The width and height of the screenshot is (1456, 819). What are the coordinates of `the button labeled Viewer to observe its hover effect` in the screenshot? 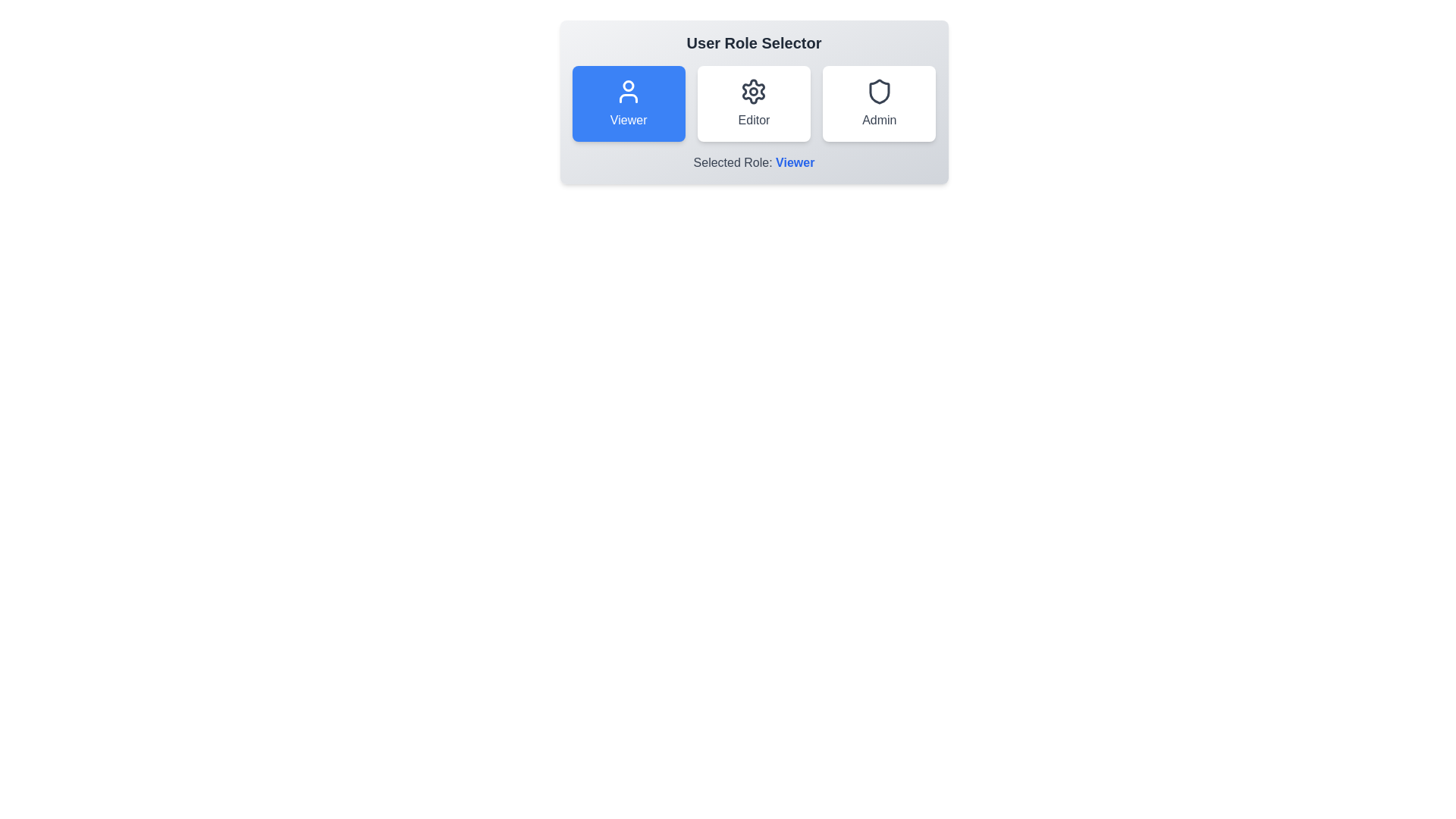 It's located at (629, 103).